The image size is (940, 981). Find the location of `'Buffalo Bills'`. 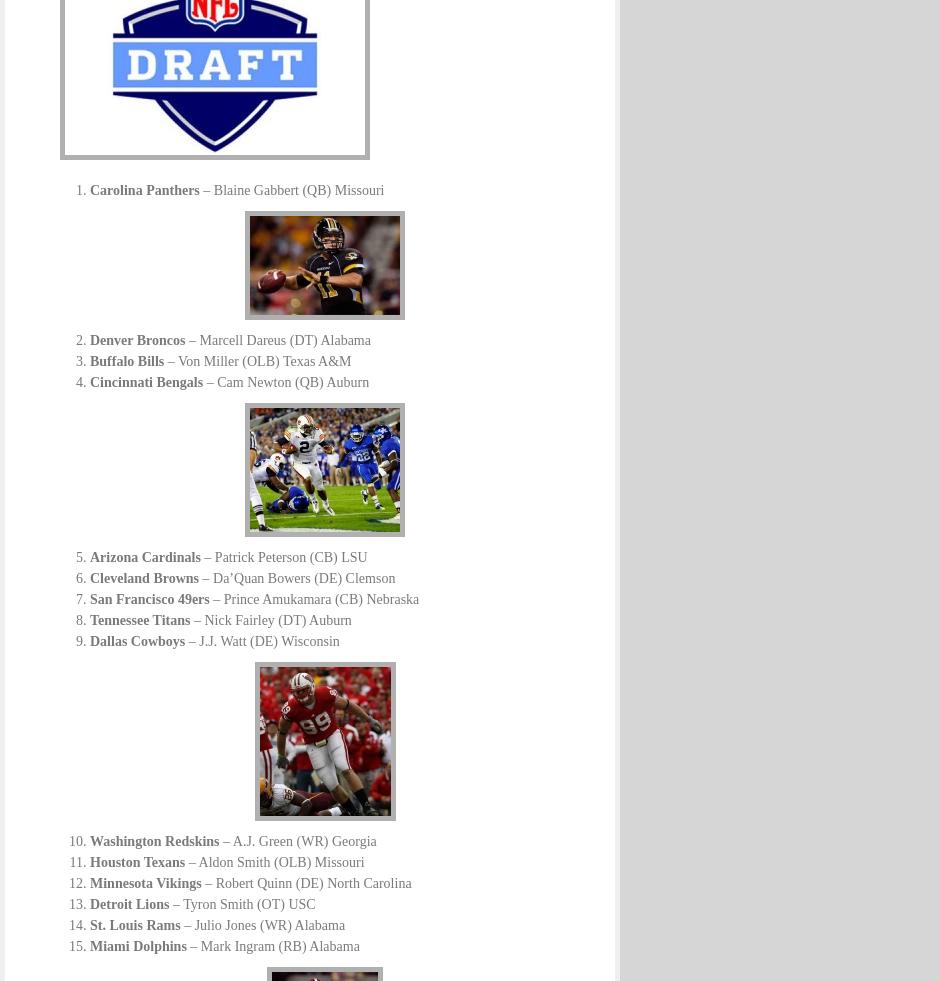

'Buffalo Bills' is located at coordinates (125, 360).